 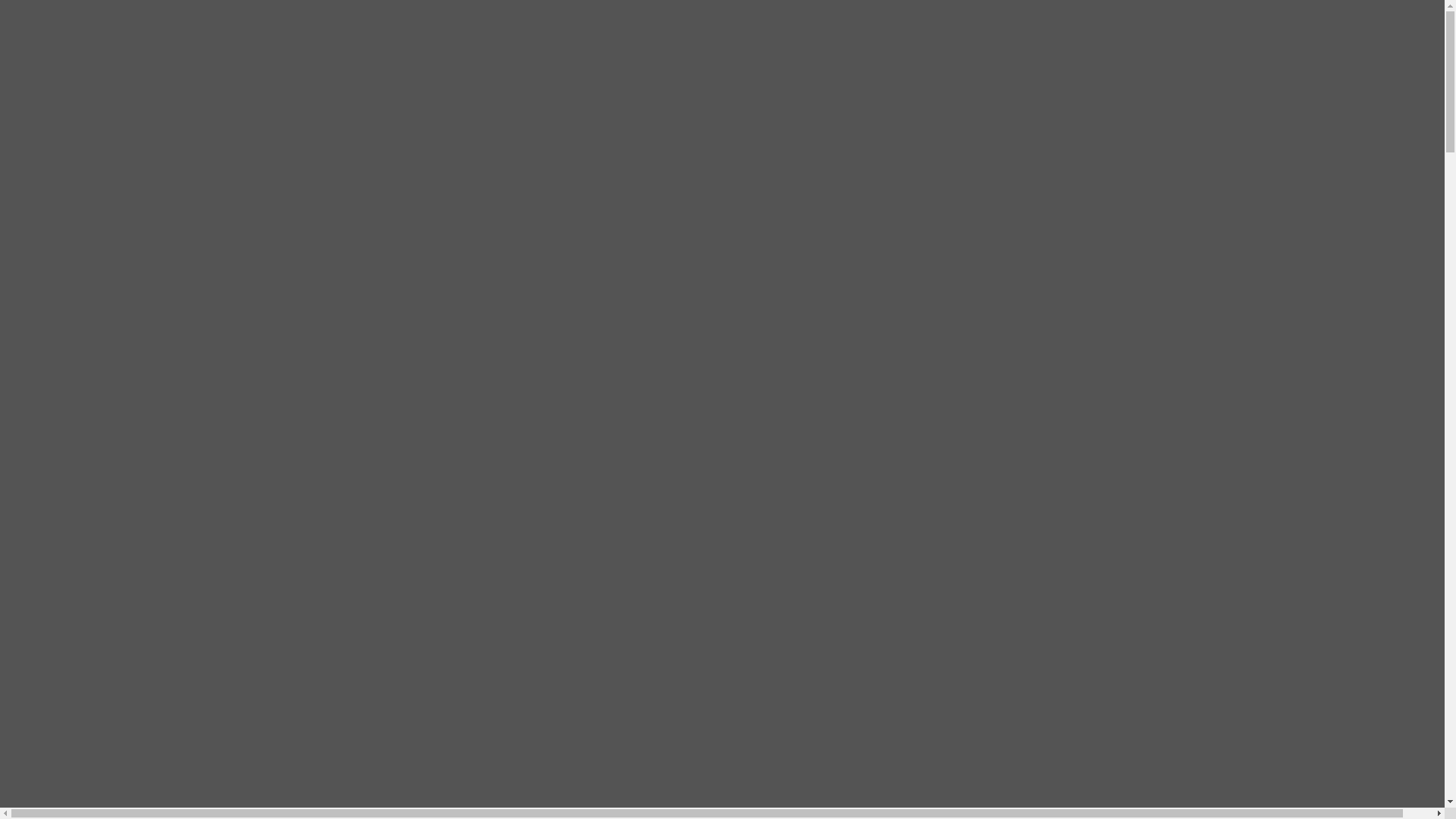 What do you see at coordinates (99, 38) in the screenshot?
I see `'File-Transfer'` at bounding box center [99, 38].